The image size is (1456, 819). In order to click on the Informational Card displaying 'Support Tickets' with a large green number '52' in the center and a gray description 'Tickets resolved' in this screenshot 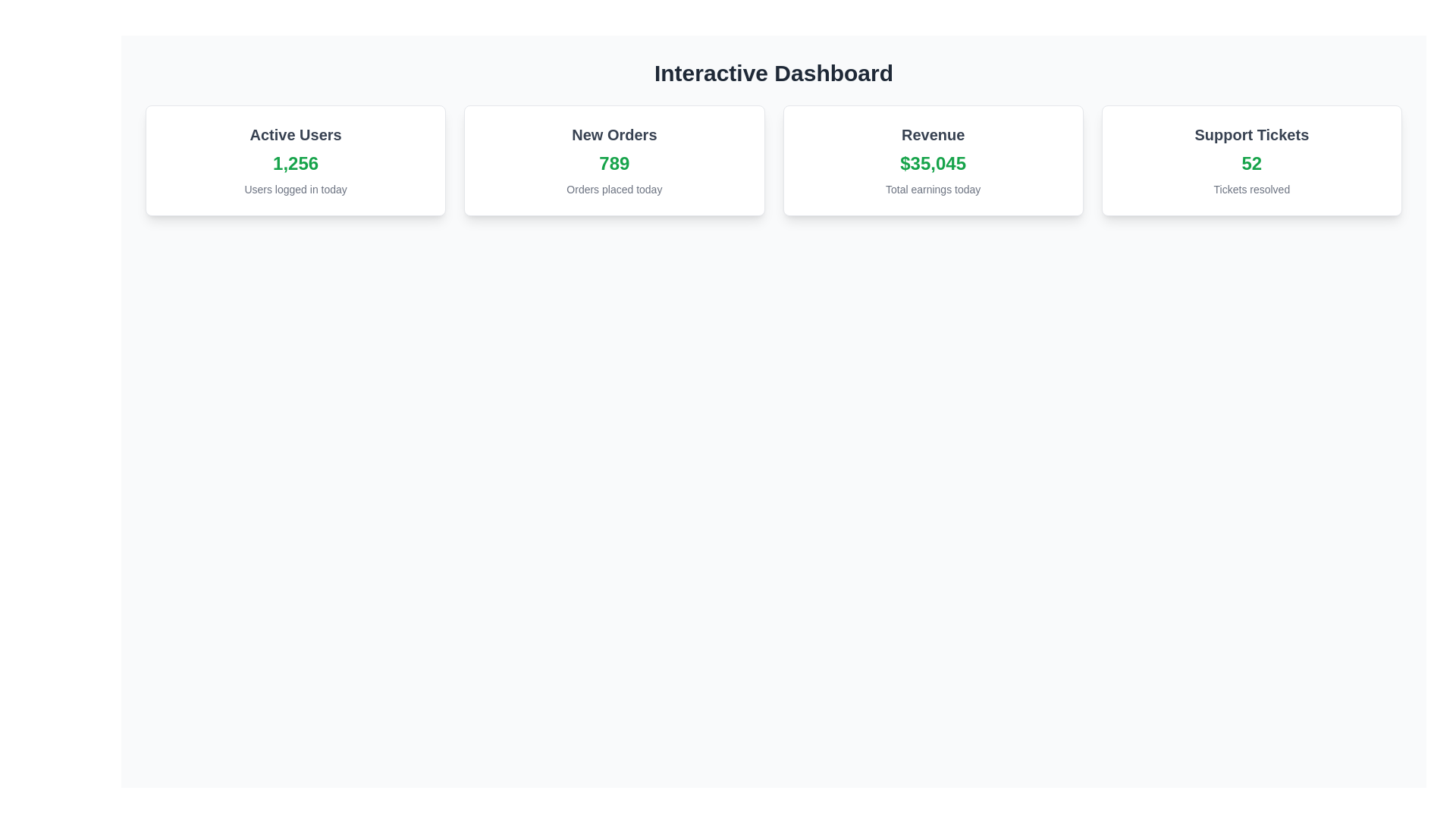, I will do `click(1251, 161)`.